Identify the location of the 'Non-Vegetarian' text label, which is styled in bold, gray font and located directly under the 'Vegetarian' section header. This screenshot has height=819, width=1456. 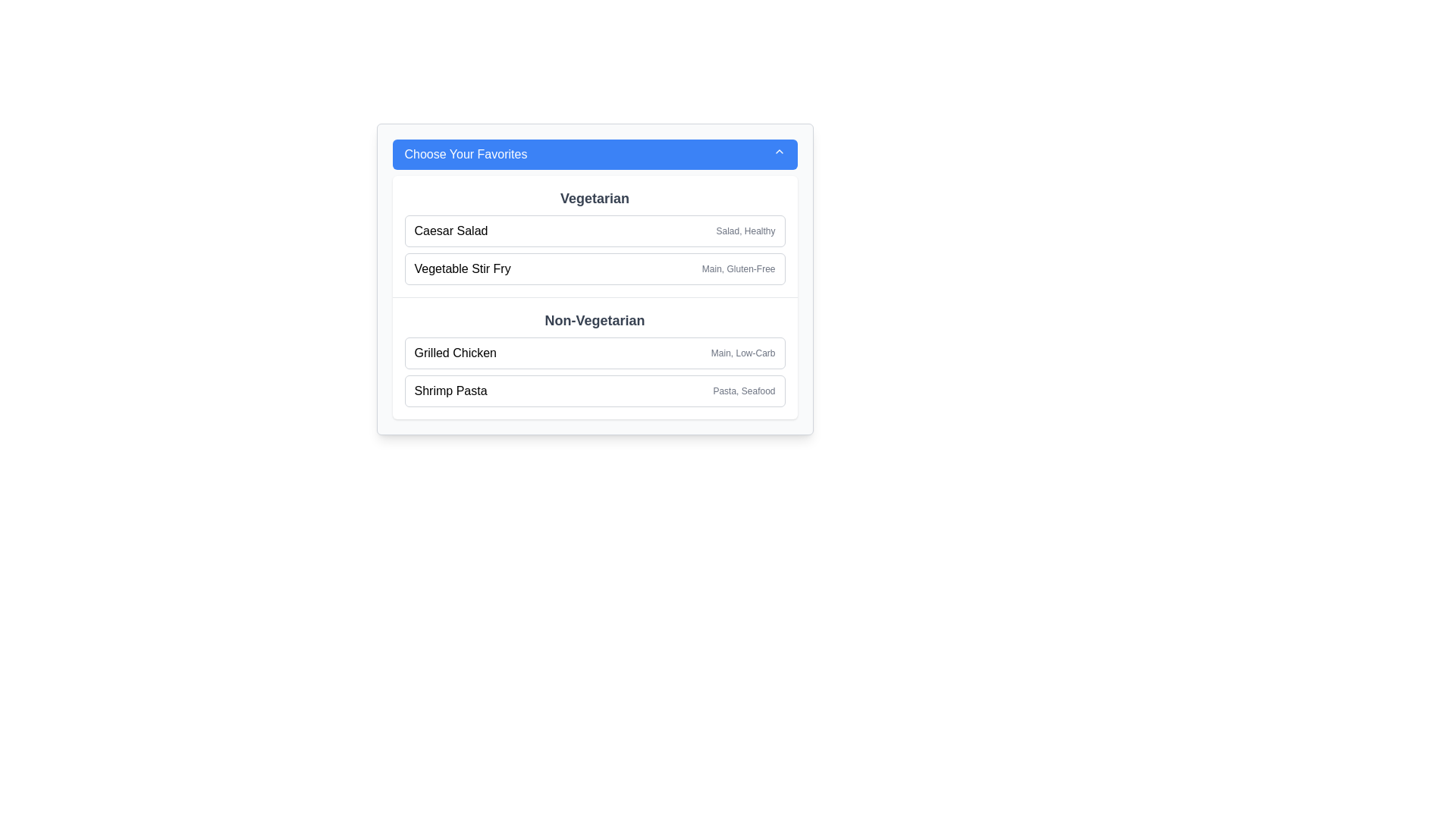
(594, 320).